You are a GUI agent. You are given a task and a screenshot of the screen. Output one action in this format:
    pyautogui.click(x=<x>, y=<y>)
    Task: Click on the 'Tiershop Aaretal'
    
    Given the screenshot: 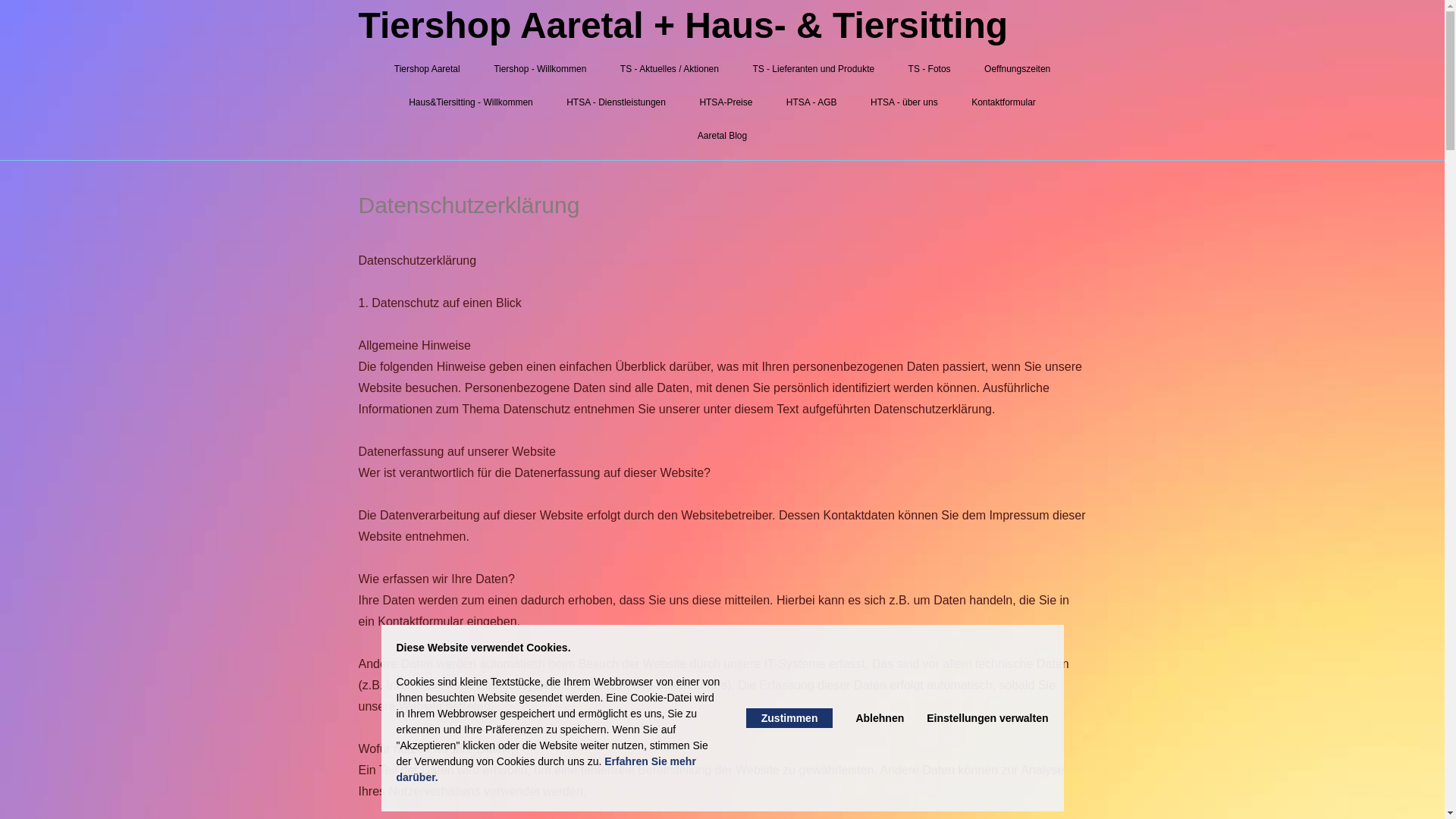 What is the action you would take?
    pyautogui.click(x=426, y=69)
    